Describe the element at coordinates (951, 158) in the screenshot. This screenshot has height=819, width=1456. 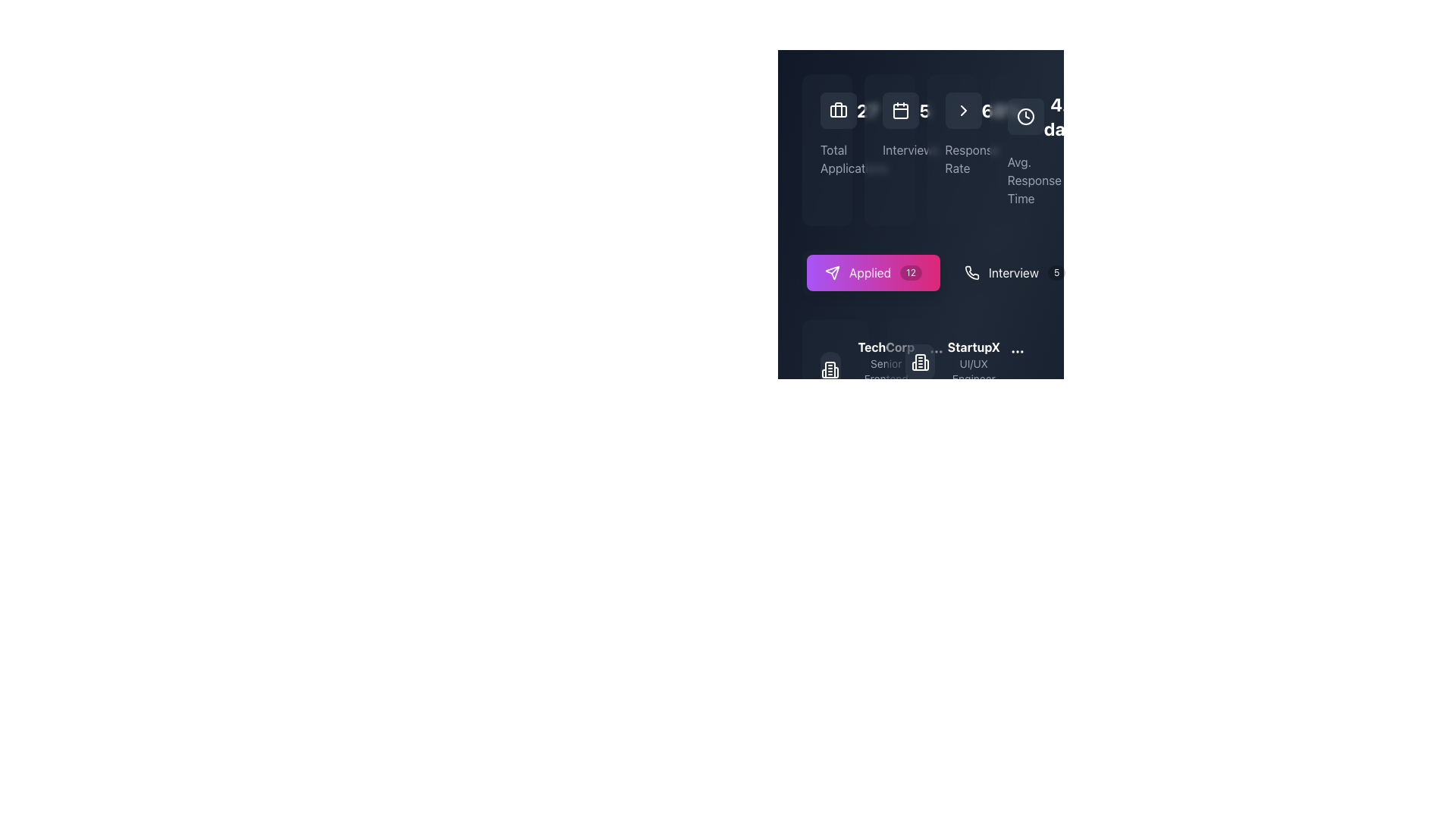
I see `the 'Response Rate' text label, which is displayed in a gray-colored font against a dark background, positioned beneath a bold percentage value ('68%')` at that location.